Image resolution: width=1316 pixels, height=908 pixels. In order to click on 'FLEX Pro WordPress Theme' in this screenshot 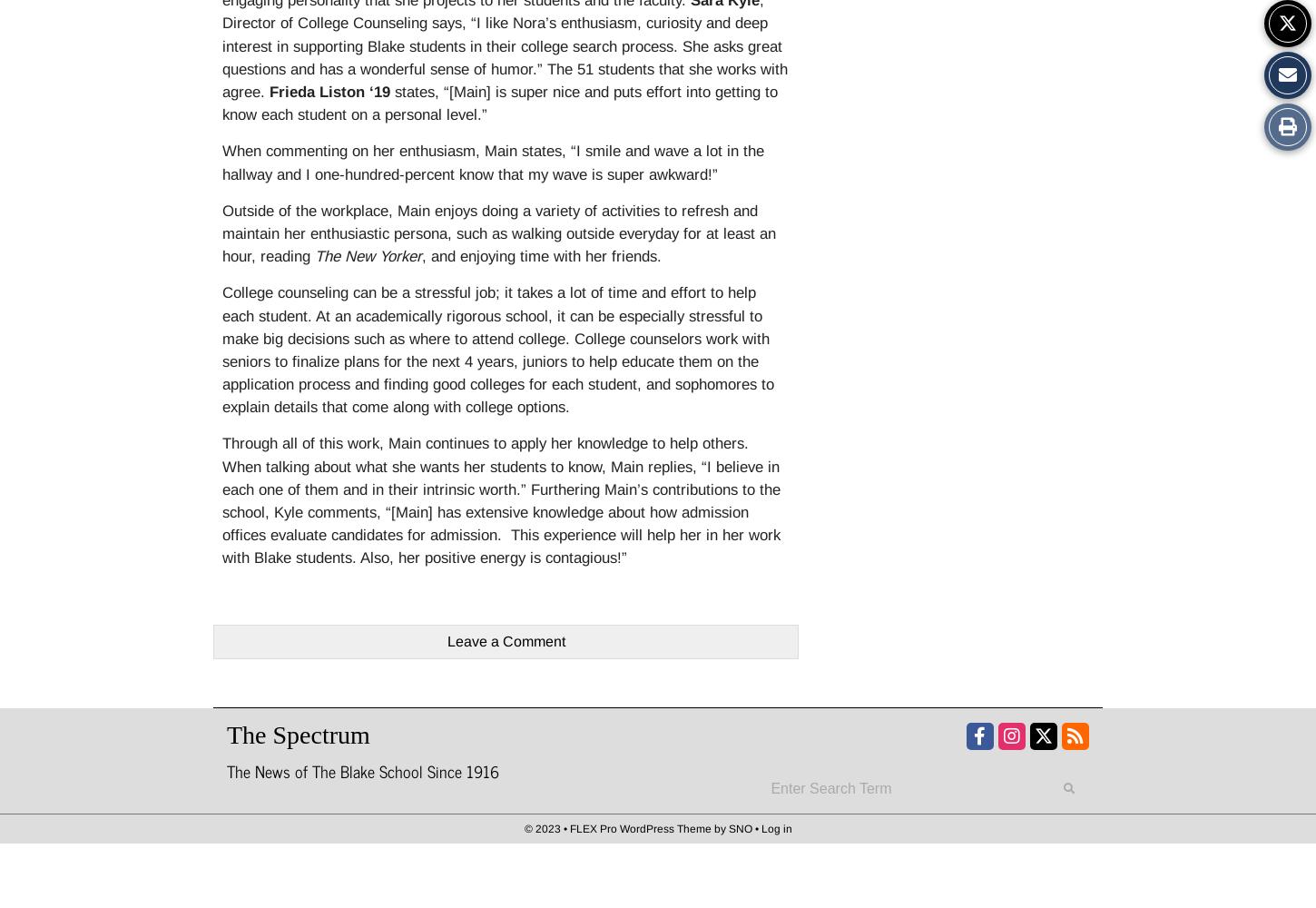, I will do `click(638, 828)`.